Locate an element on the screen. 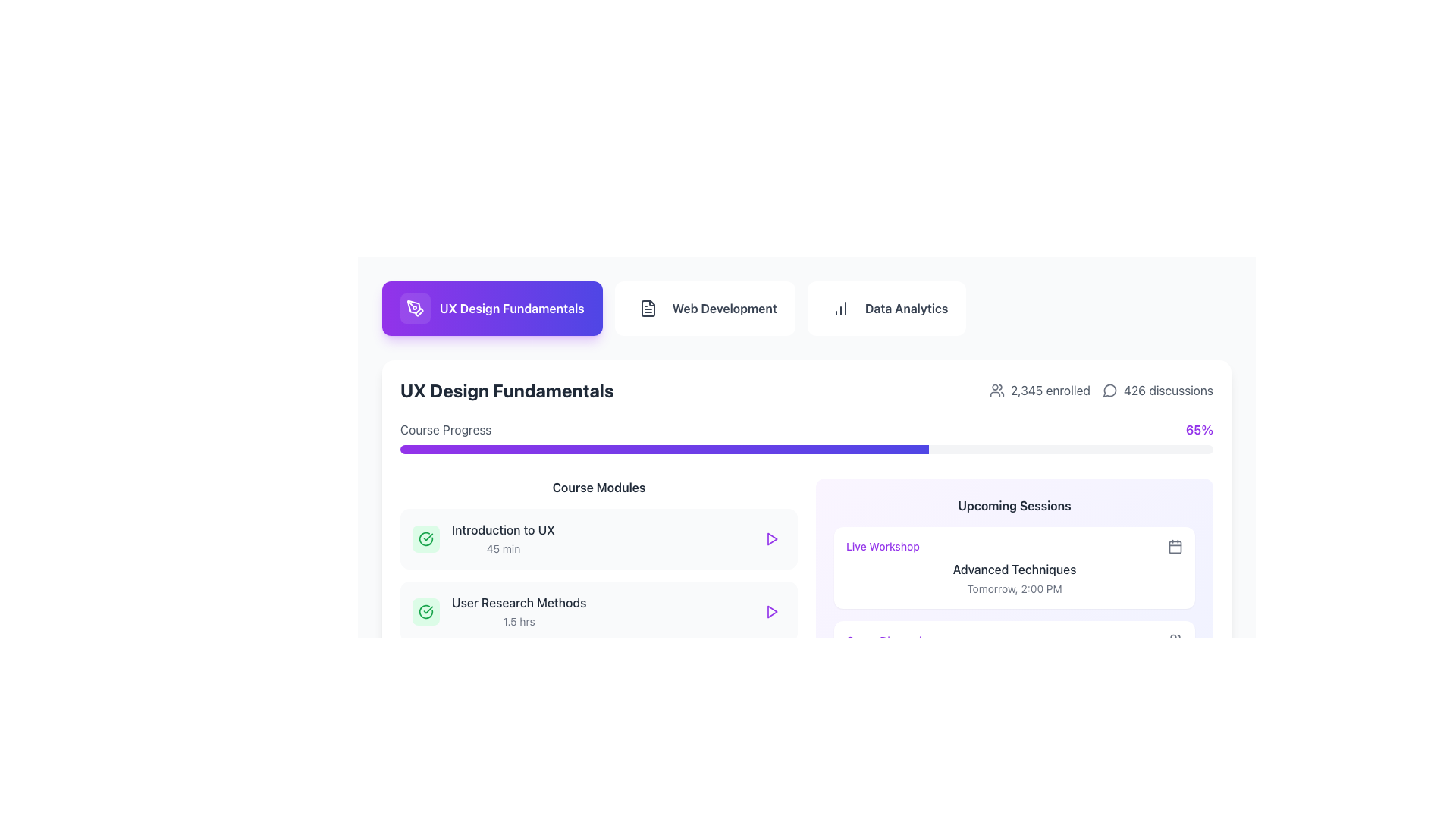 This screenshot has height=819, width=1456. the 'User Research Methods' label, which is styled with a medium font weight and gray color, located in the 'Course Modules' section below 'Introduction to UX' is located at coordinates (519, 601).